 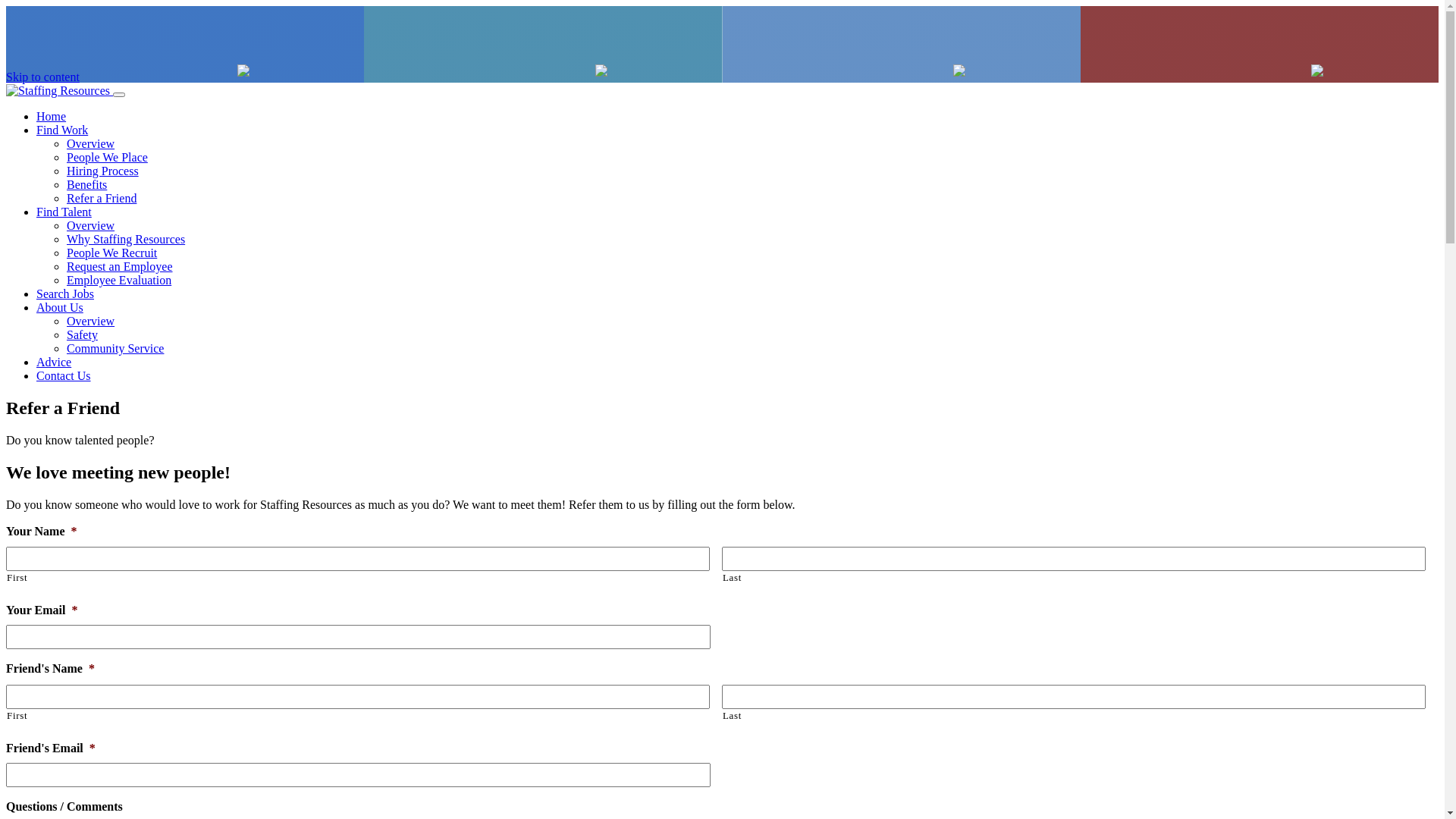 What do you see at coordinates (111, 252) in the screenshot?
I see `'People We Recruit'` at bounding box center [111, 252].